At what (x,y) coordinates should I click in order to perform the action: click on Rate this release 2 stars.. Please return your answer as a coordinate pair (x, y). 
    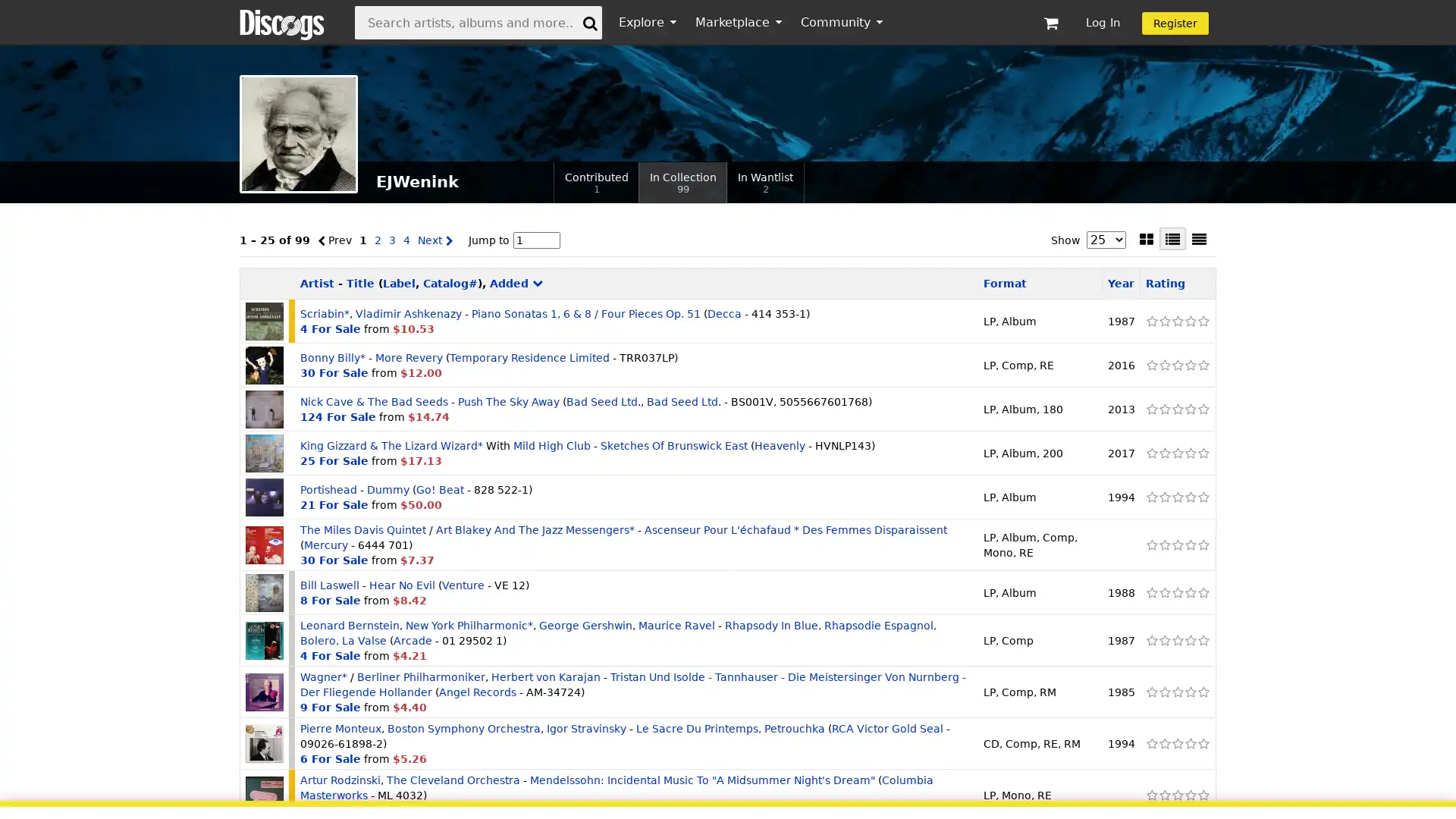
    Looking at the image, I should click on (1163, 452).